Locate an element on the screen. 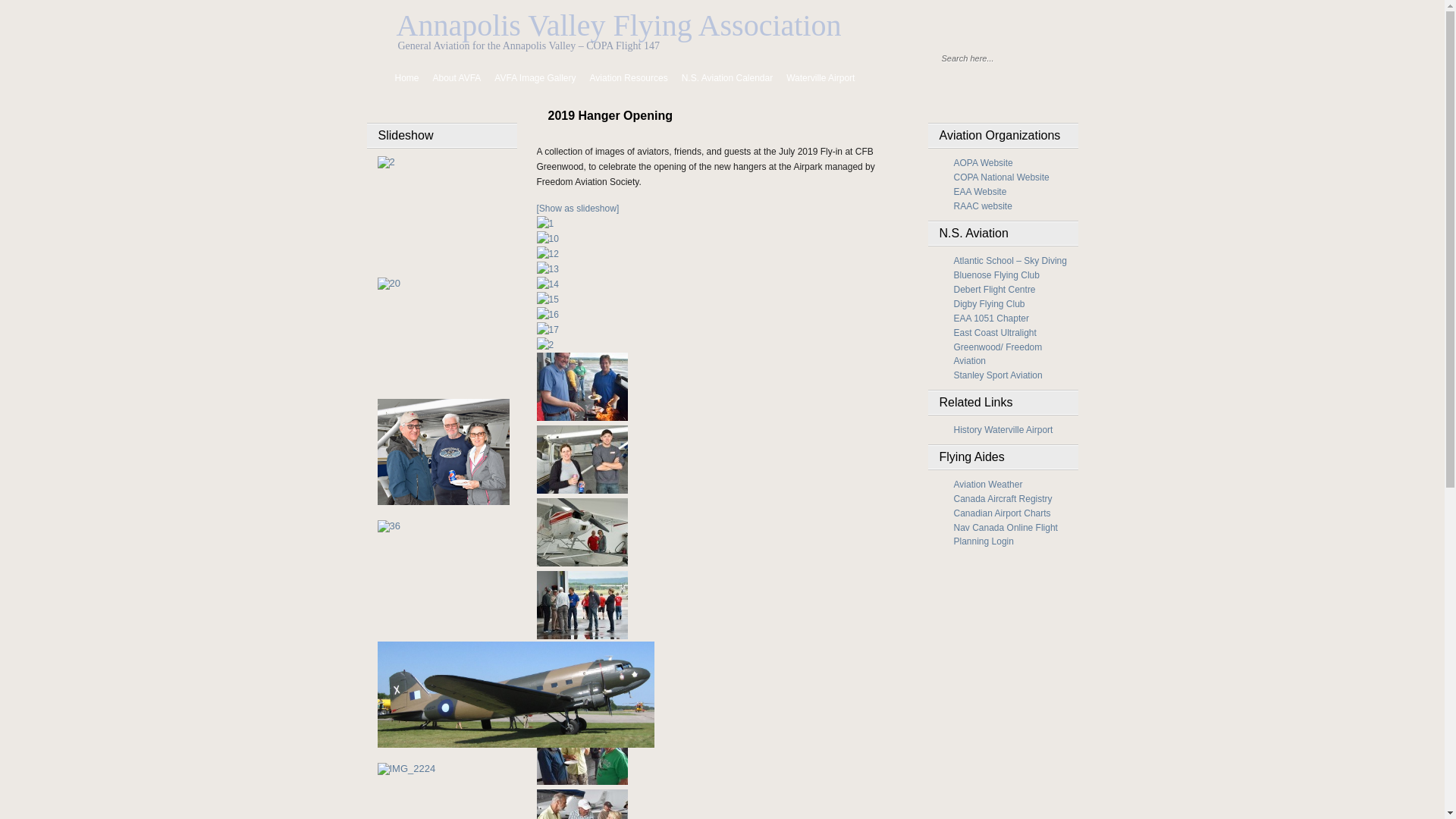 The width and height of the screenshot is (1456, 819). 'COPA National Website' is located at coordinates (952, 177).